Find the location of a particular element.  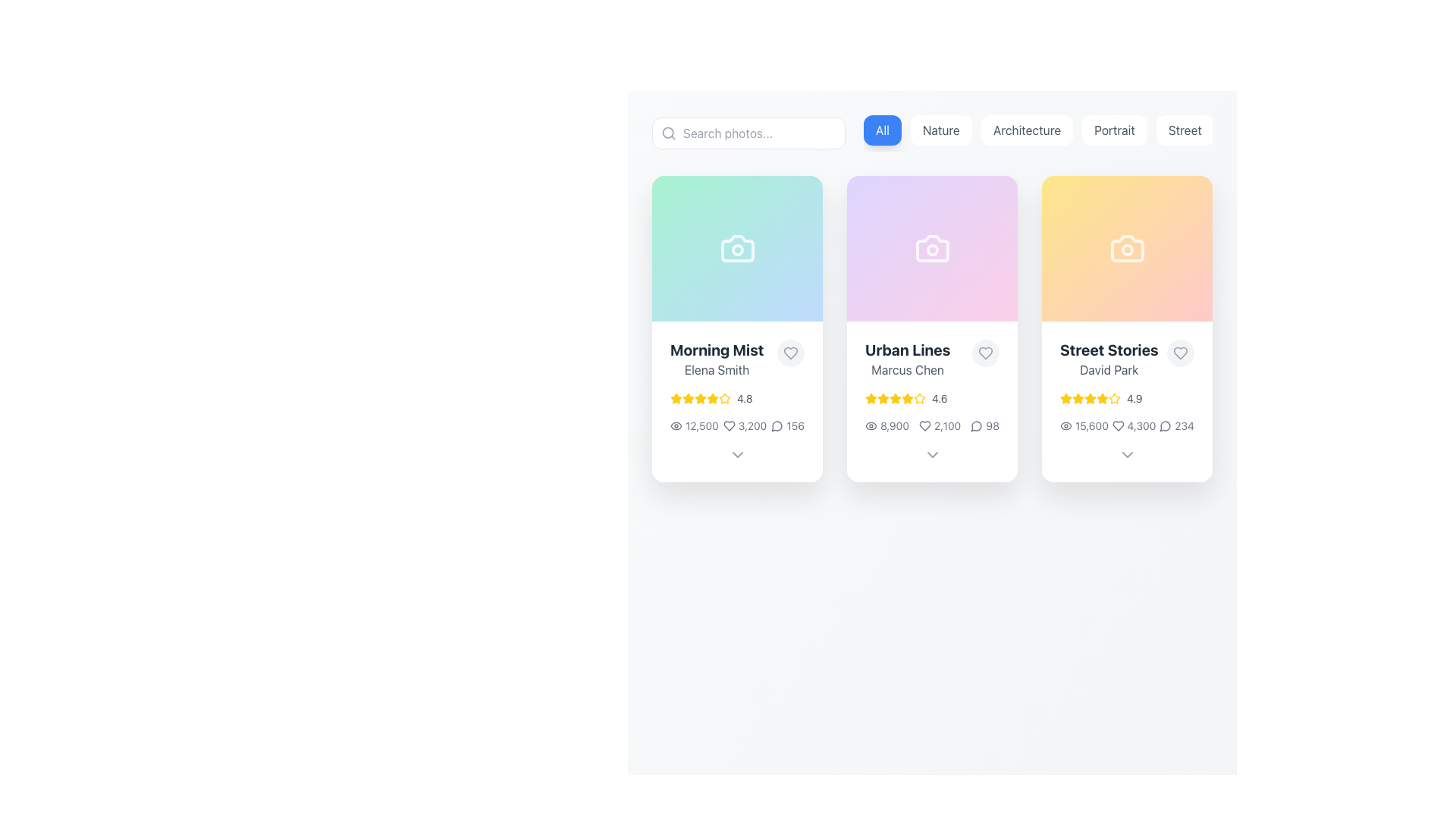

the content of the Text Label displaying the rating score for the 'Urban Lines' card, which is positioned after the star rating graphic in the middle card of a three-card layout is located at coordinates (939, 397).